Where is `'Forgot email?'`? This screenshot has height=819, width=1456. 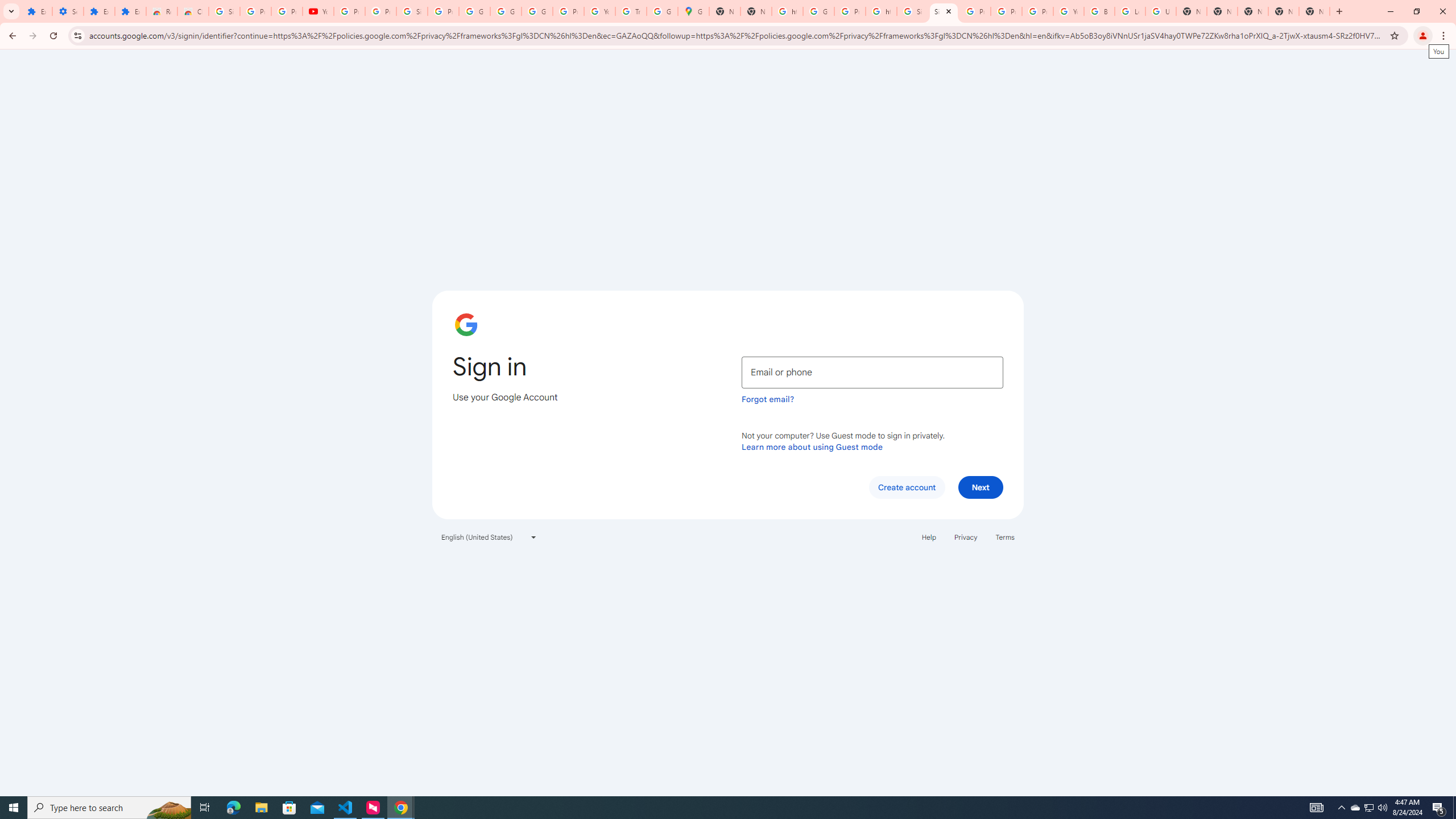 'Forgot email?' is located at coordinates (767, 399).